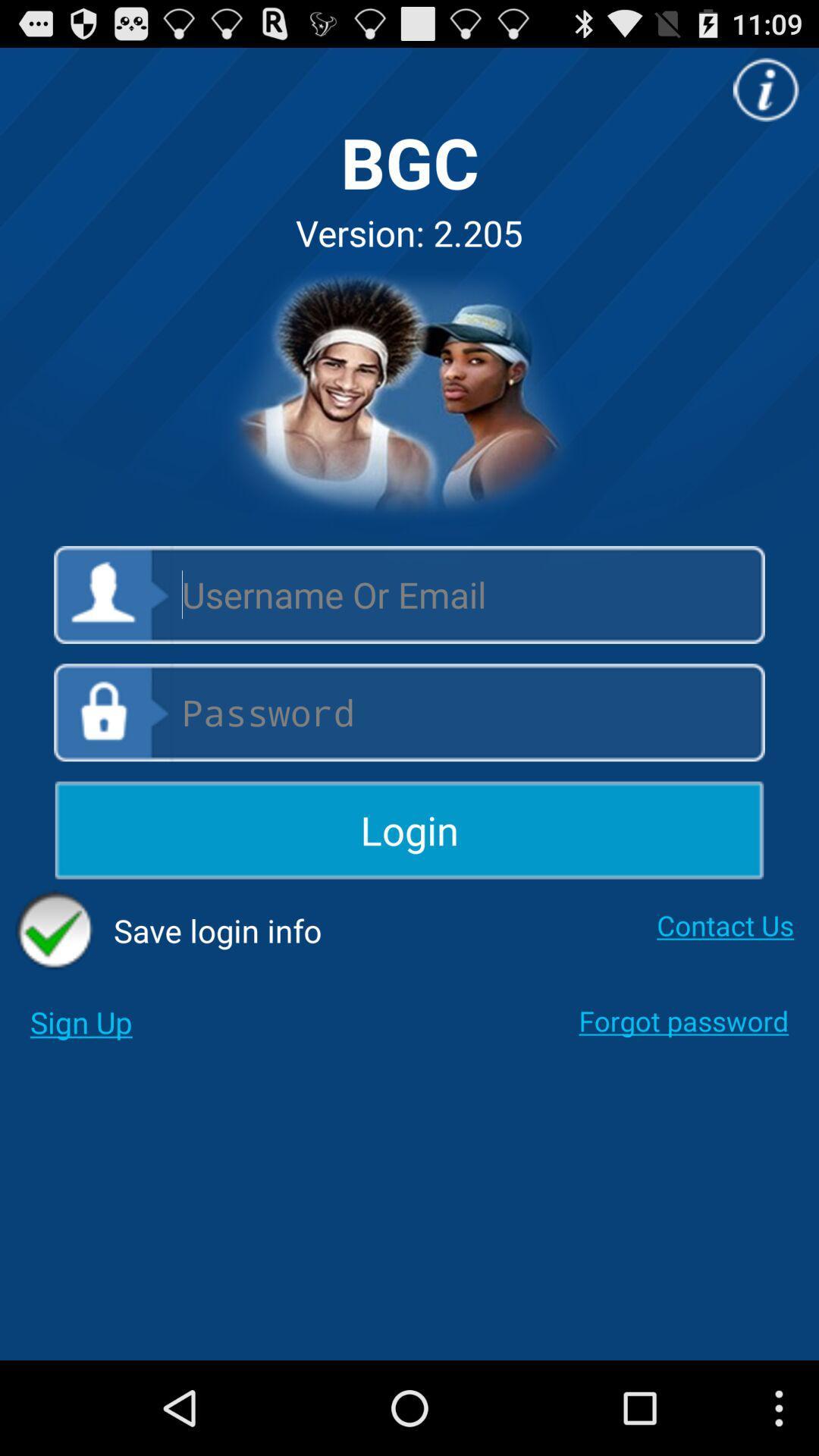 This screenshot has height=1456, width=819. I want to click on sign up app, so click(81, 1022).